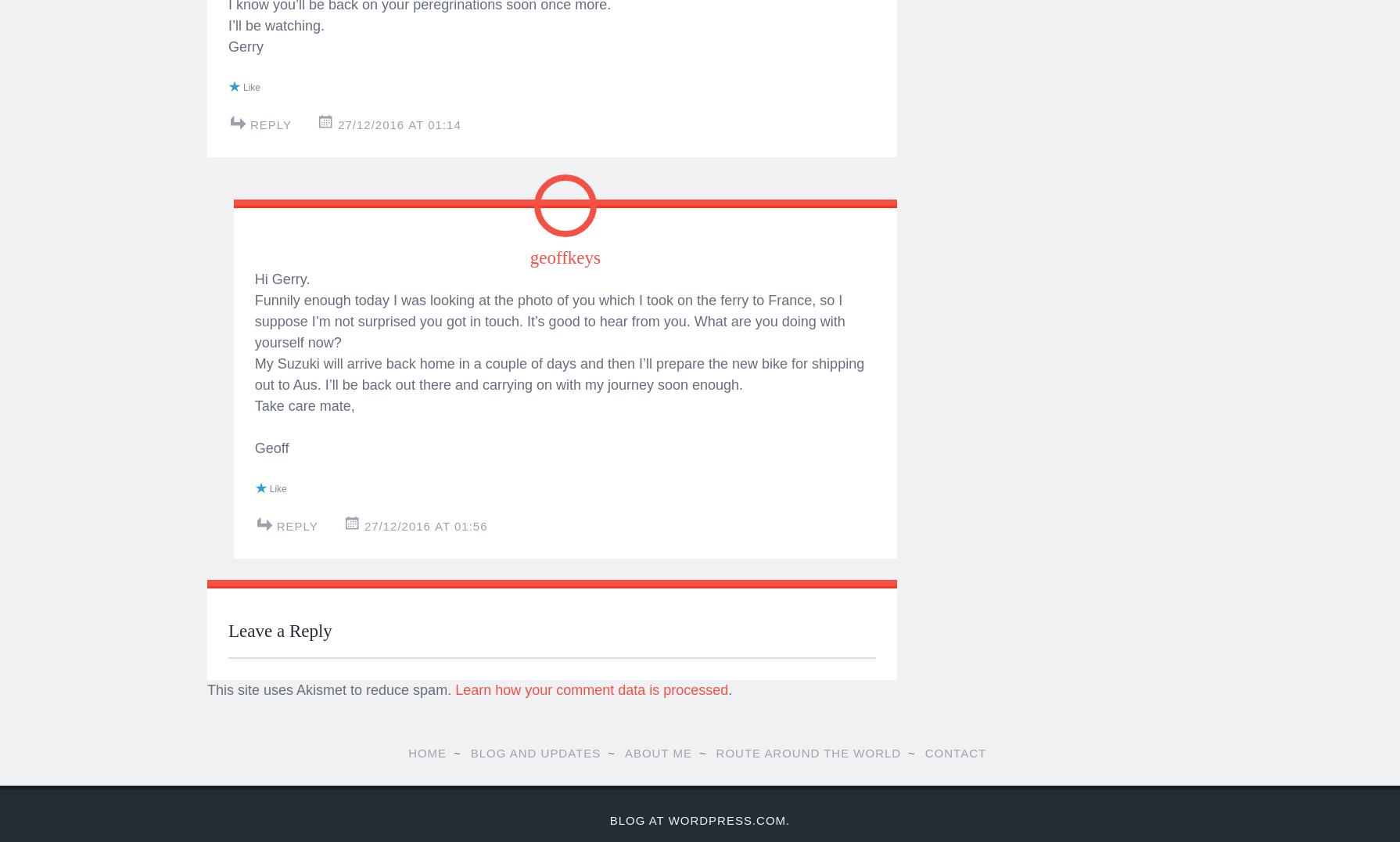  I want to click on 'Share this:', so click(228, 38).